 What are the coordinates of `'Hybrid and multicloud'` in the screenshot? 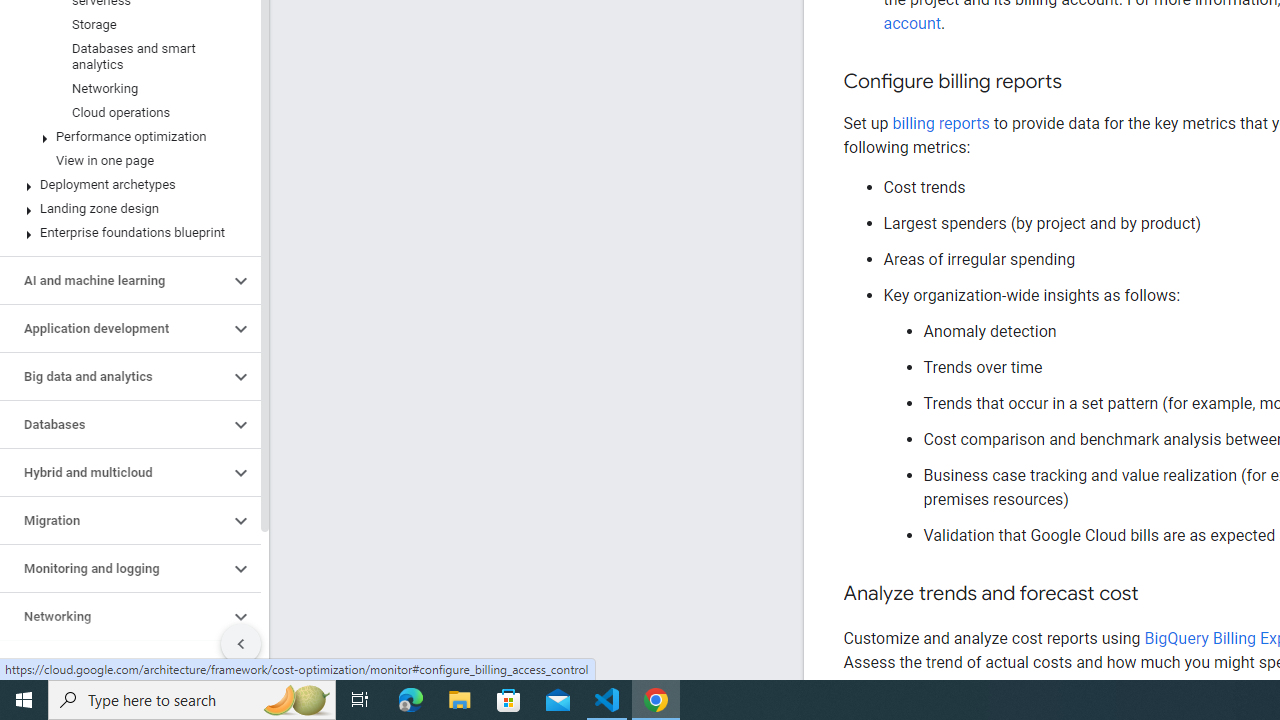 It's located at (113, 473).